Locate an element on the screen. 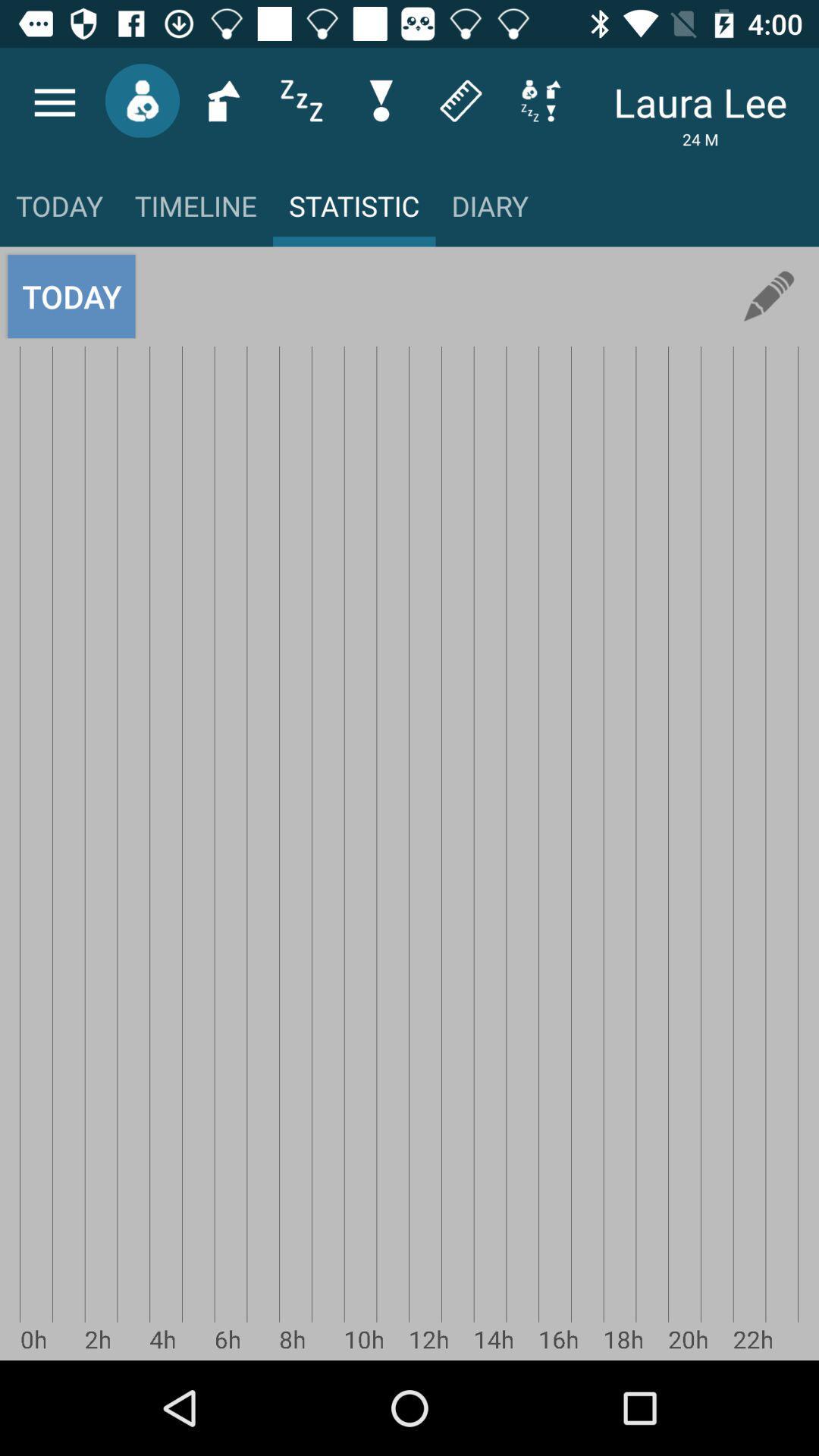 Image resolution: width=819 pixels, height=1456 pixels. item to the right of the diary item is located at coordinates (769, 297).